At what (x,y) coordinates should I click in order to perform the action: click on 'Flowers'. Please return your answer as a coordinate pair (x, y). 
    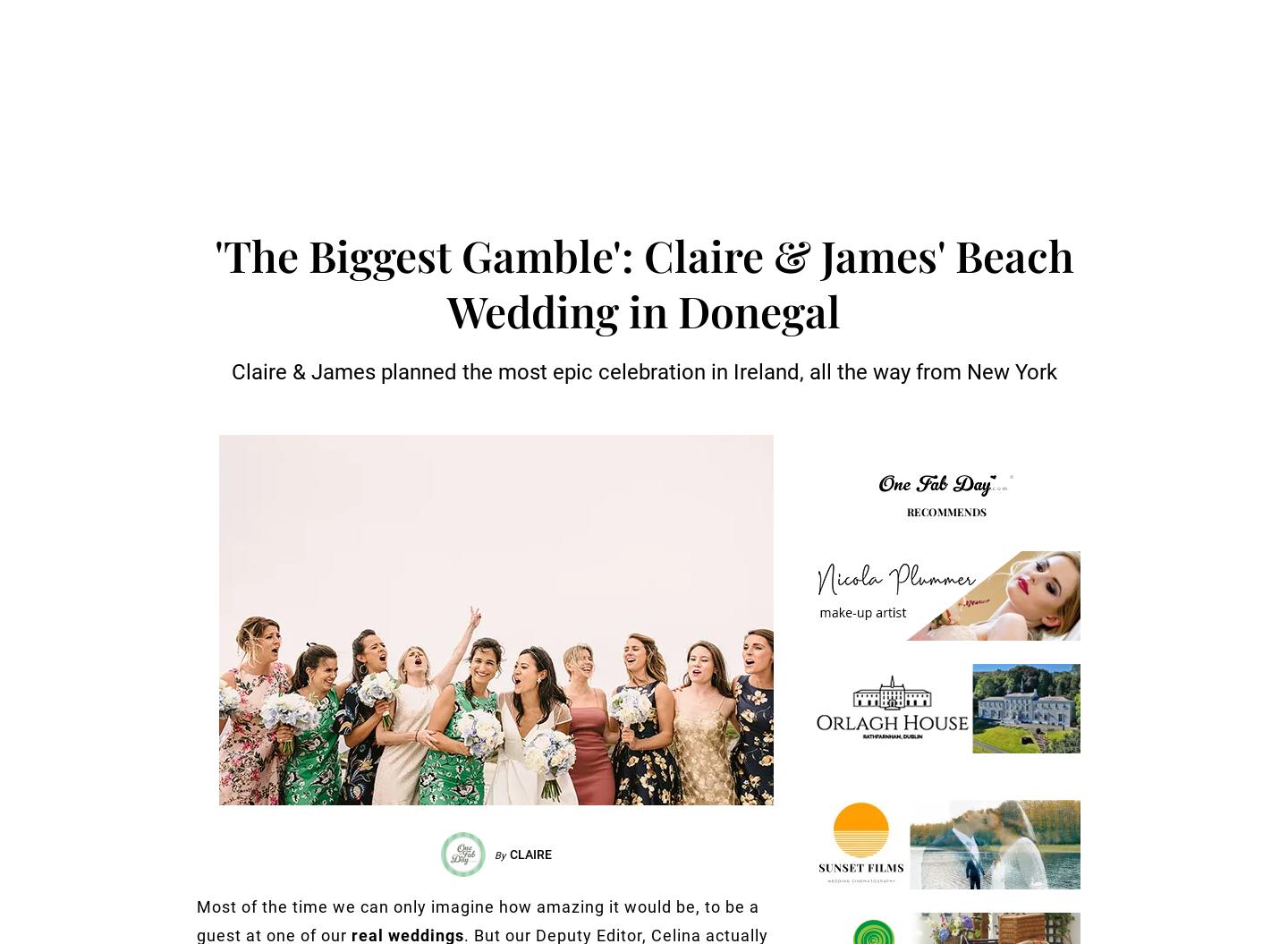
    Looking at the image, I should click on (249, 842).